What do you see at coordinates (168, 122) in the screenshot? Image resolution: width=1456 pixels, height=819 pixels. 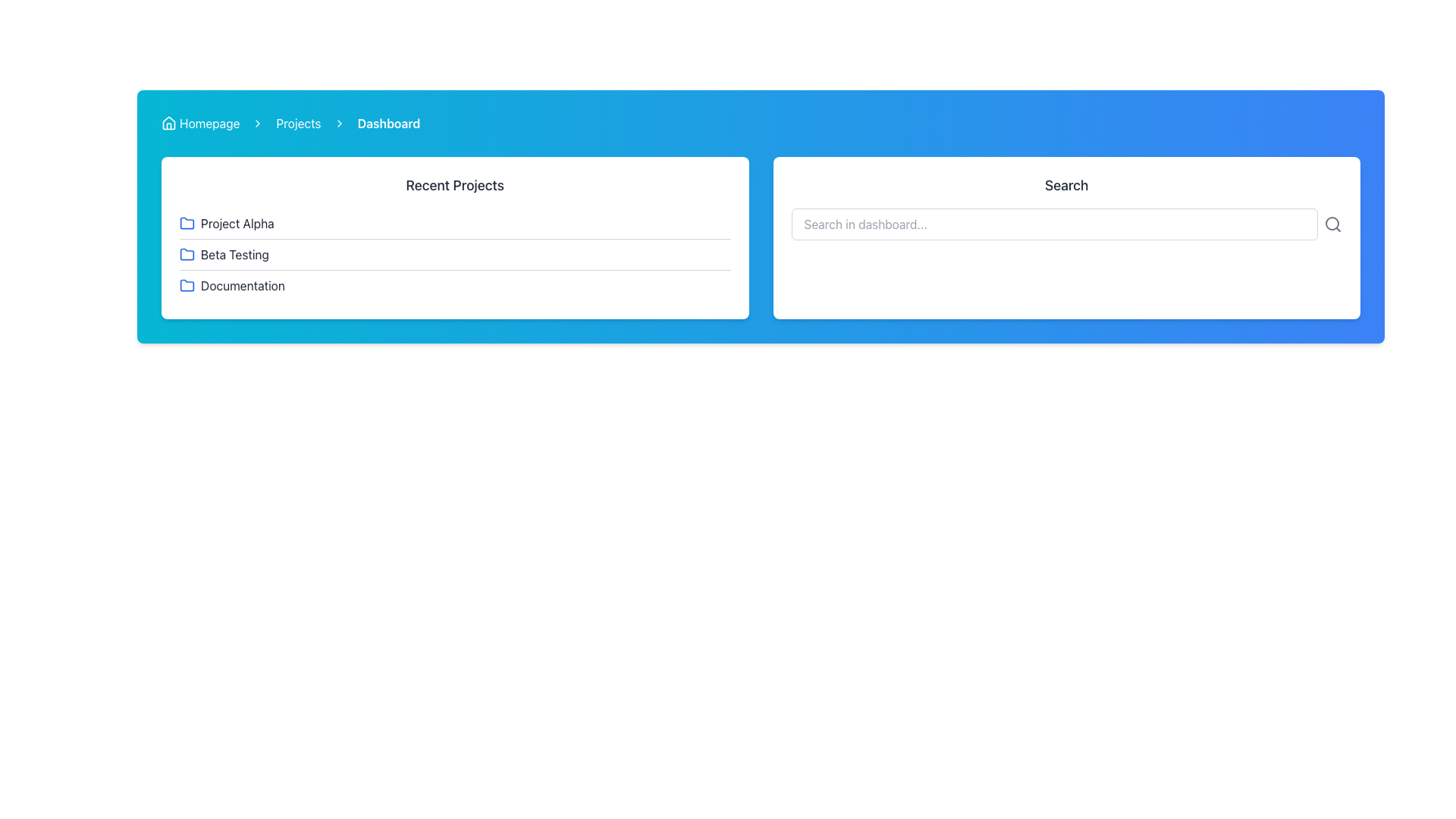 I see `the house-like icon in the breadcrumb navigation` at bounding box center [168, 122].